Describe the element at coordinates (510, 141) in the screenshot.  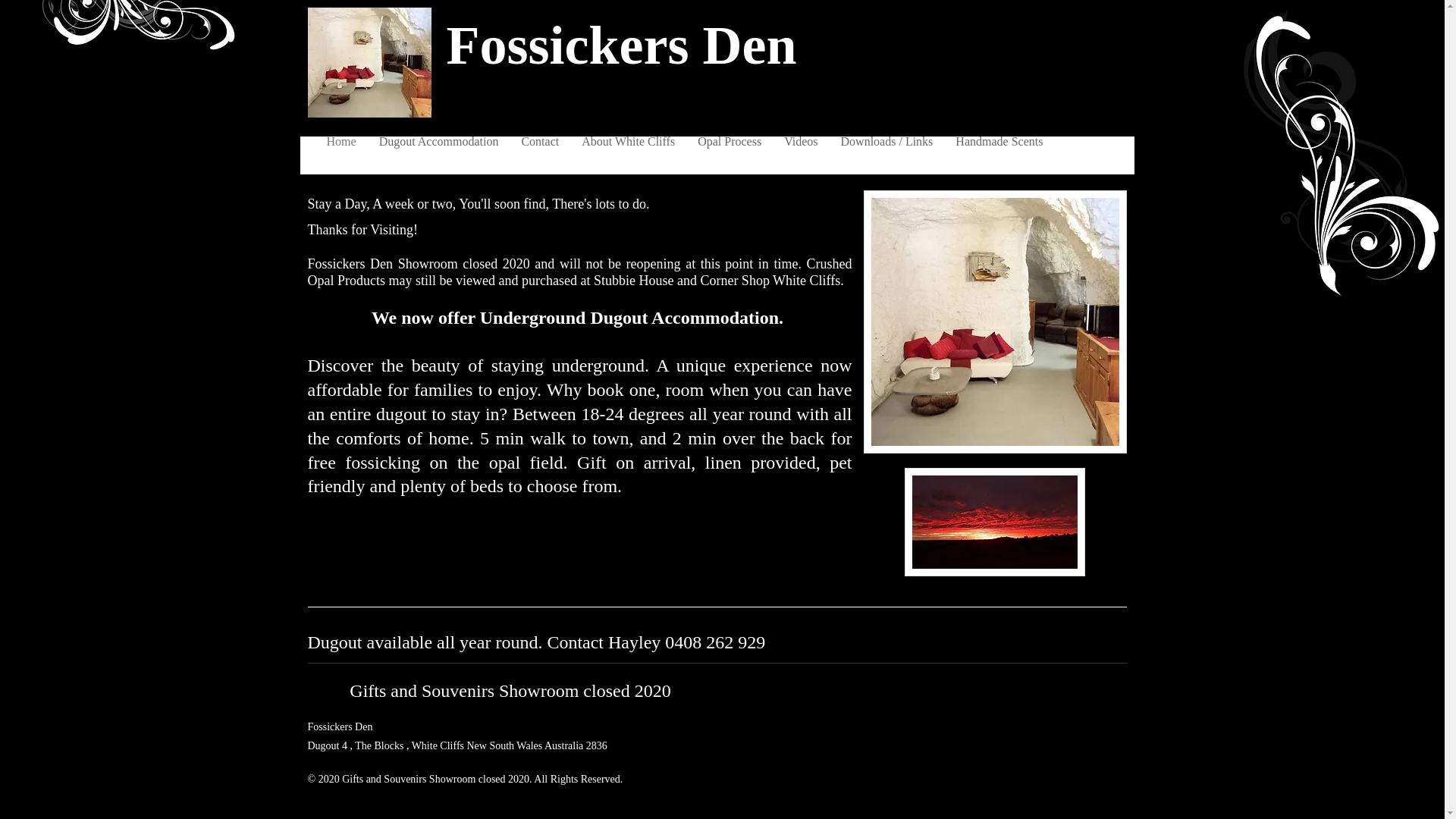
I see `'Contact'` at that location.